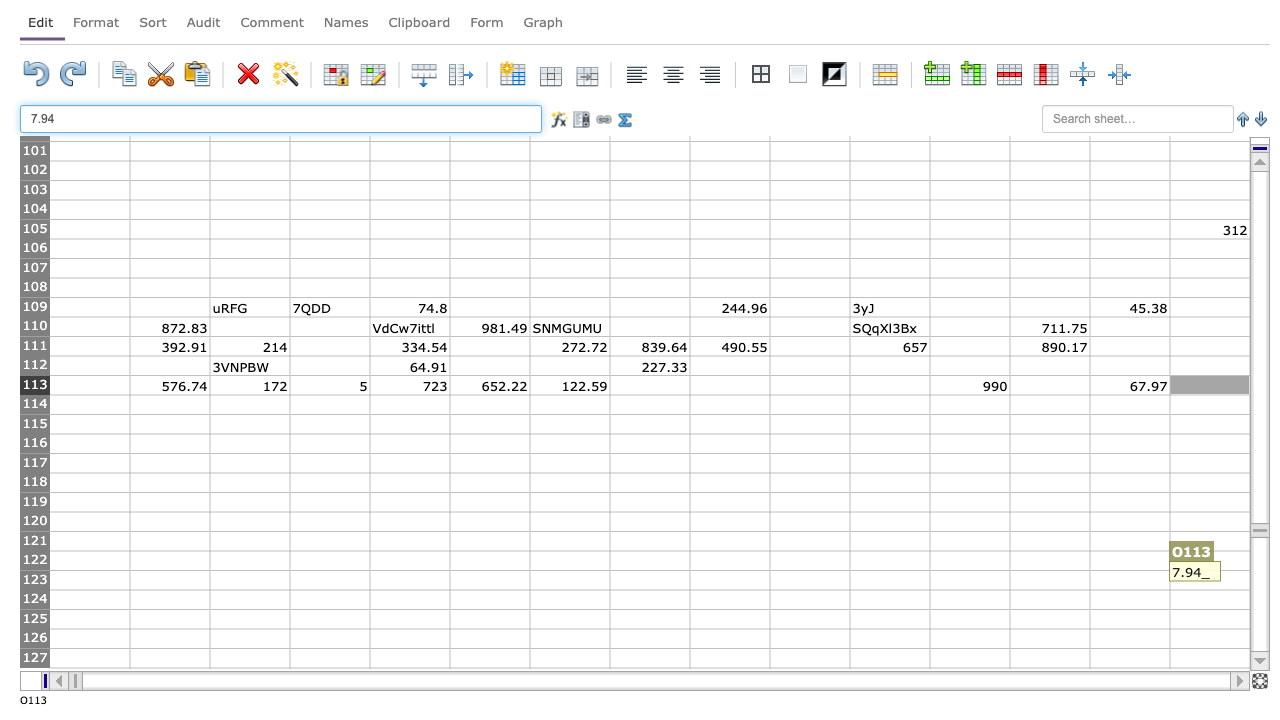 This screenshot has height=720, width=1280. I want to click on cell at column B row 124, so click(169, 598).